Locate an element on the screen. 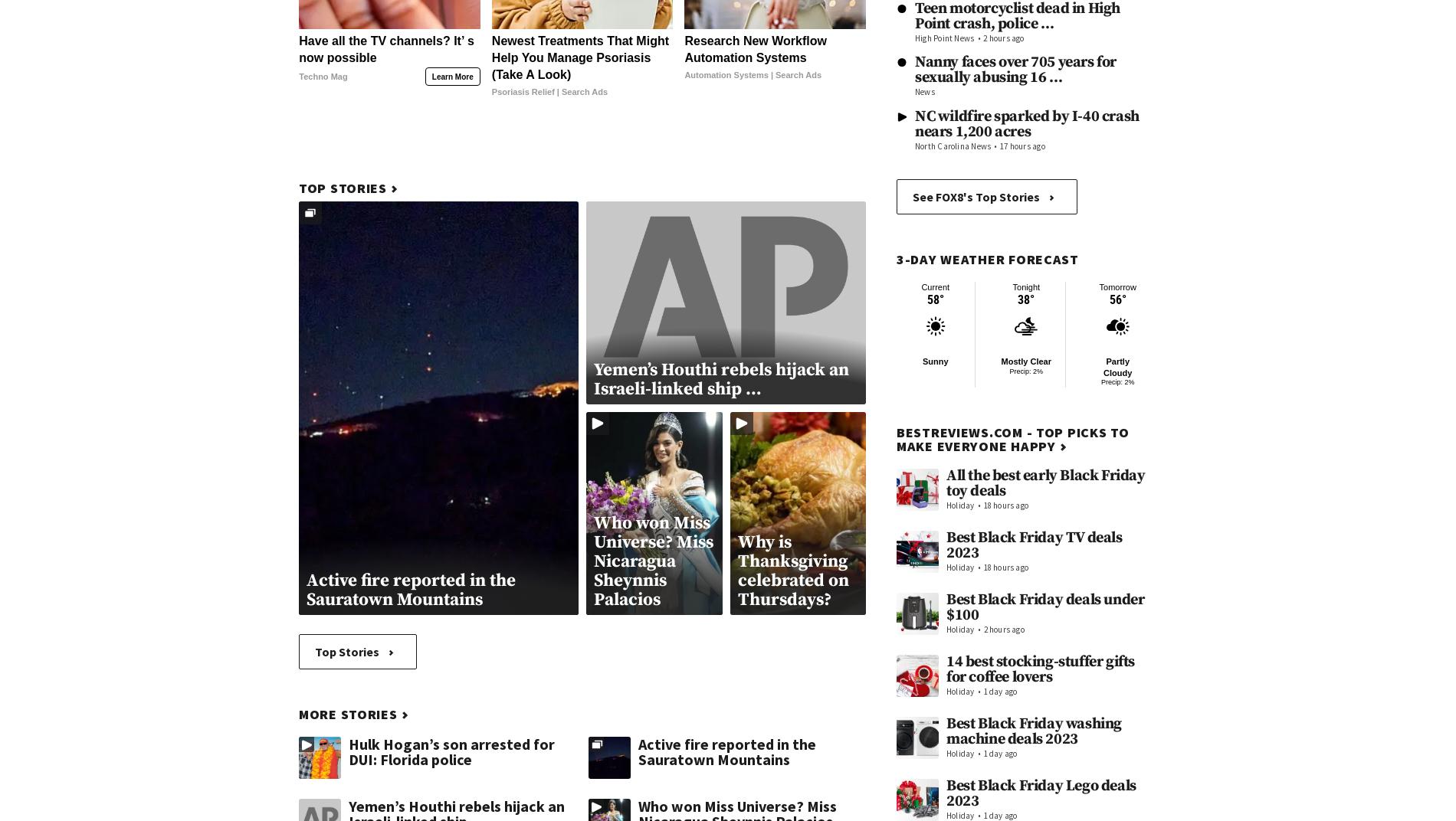  'BestReviews.com - Top picks to make everyone happy' is located at coordinates (1012, 437).